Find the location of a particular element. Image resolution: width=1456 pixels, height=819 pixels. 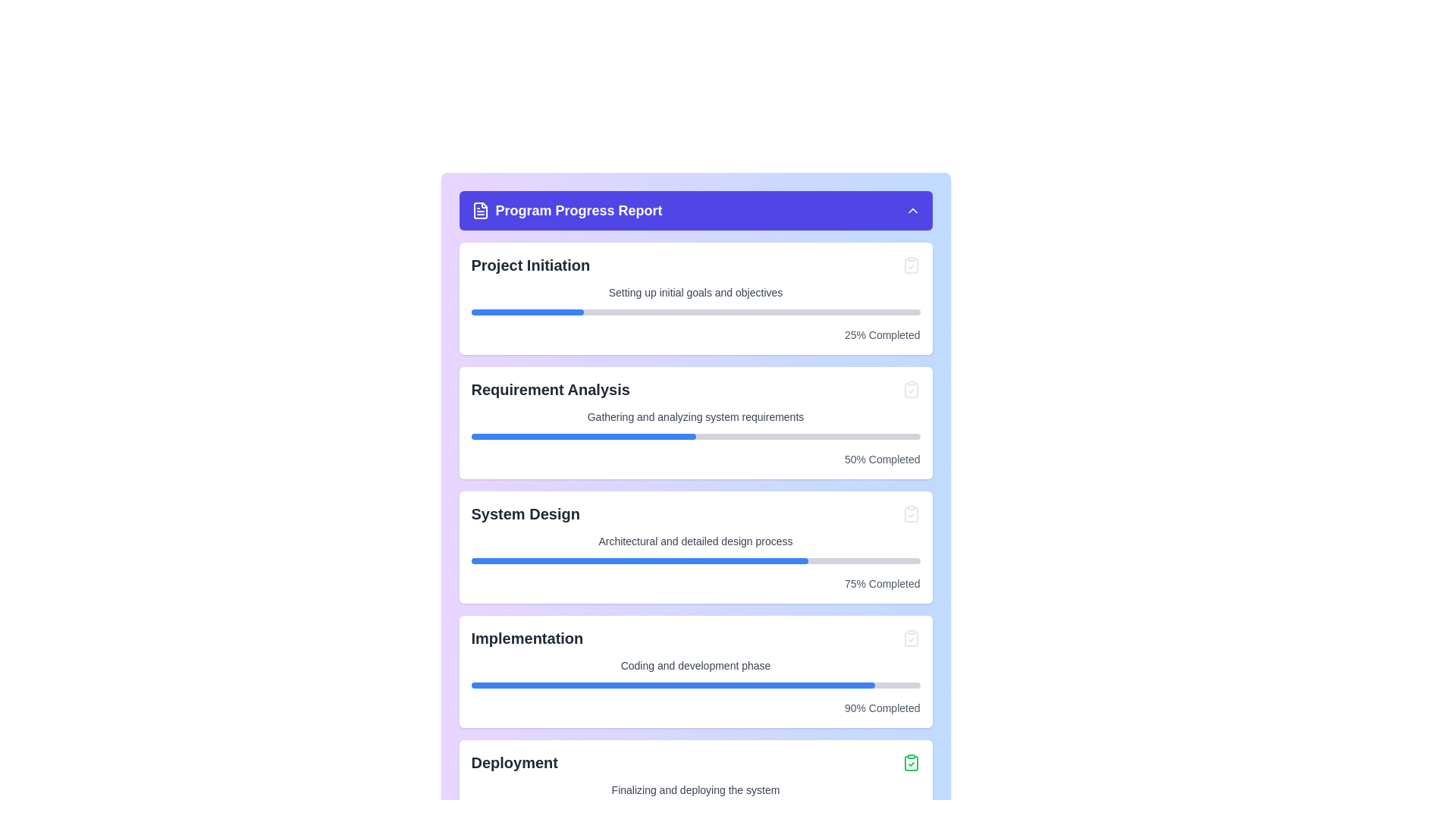

the blue progress bar segment indicating 75% completion within the 'System Design' section is located at coordinates (639, 561).